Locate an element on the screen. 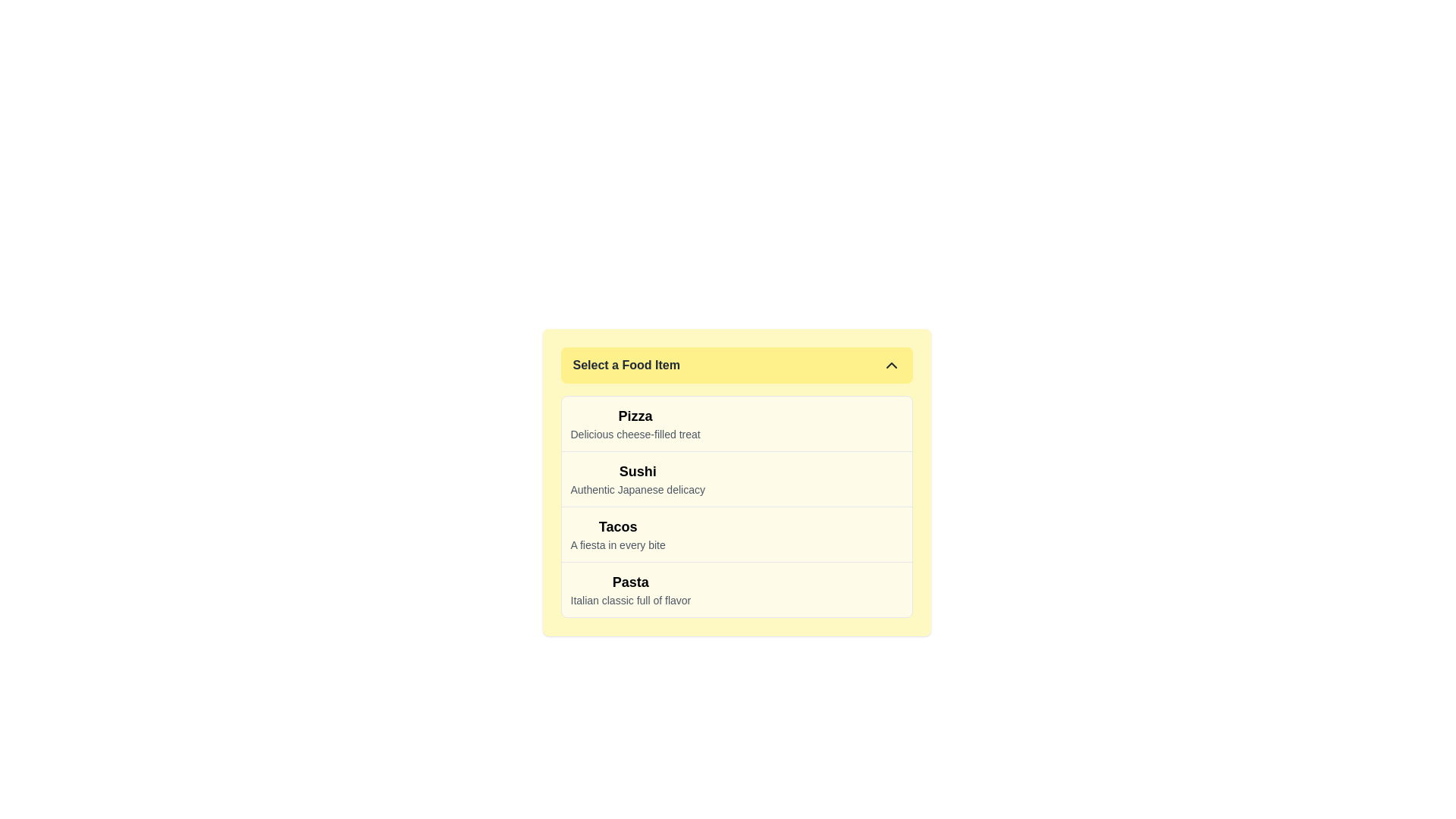  the icon button located in the top-right corner of the yellow header bar labeled 'Select a Food Item' is located at coordinates (891, 366).